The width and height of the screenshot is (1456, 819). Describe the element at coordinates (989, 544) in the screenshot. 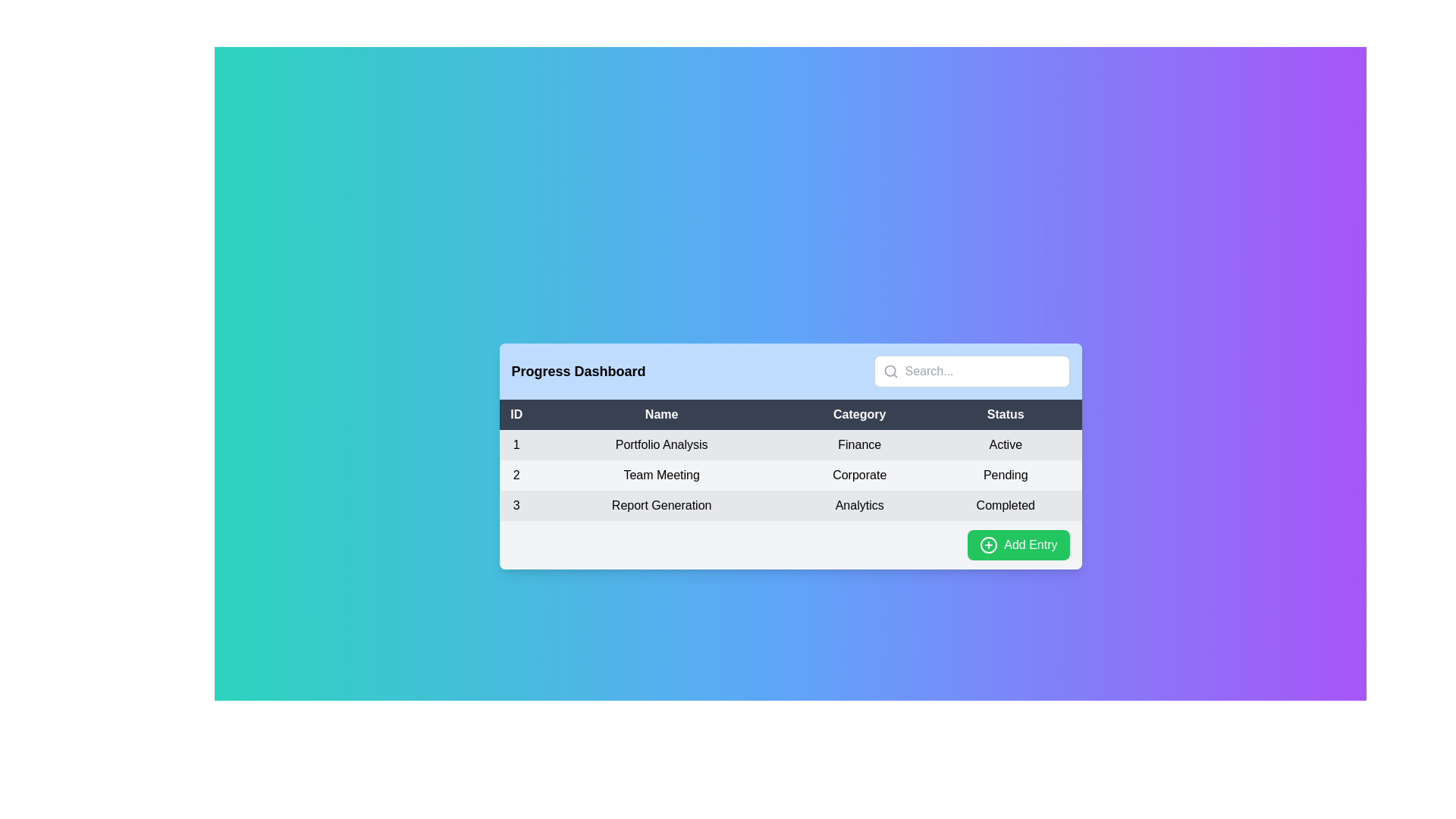

I see `the circular icon with a white border and green background containing a cross symbol (+)` at that location.